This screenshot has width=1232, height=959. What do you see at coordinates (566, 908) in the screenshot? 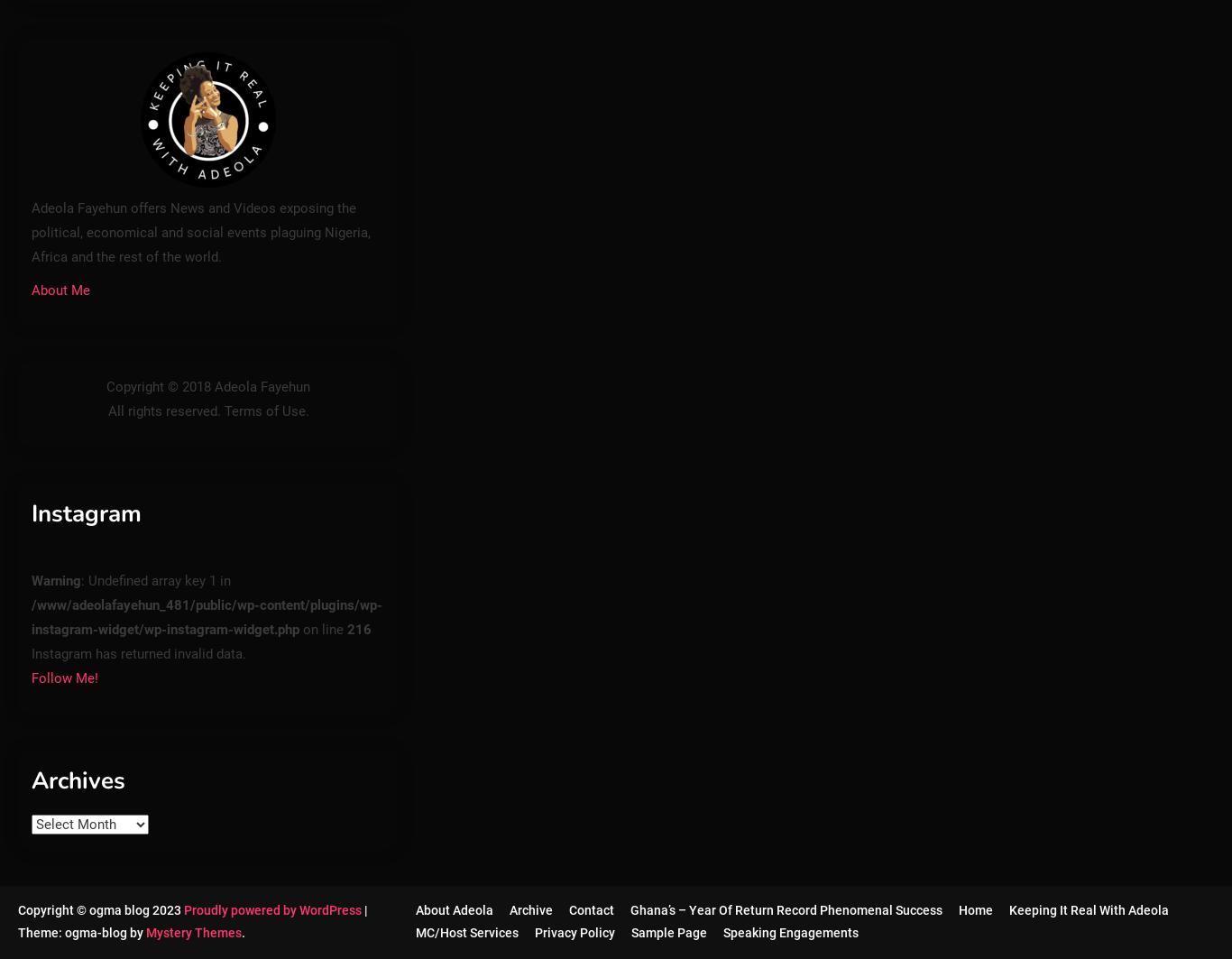
I see `'Contact'` at bounding box center [566, 908].